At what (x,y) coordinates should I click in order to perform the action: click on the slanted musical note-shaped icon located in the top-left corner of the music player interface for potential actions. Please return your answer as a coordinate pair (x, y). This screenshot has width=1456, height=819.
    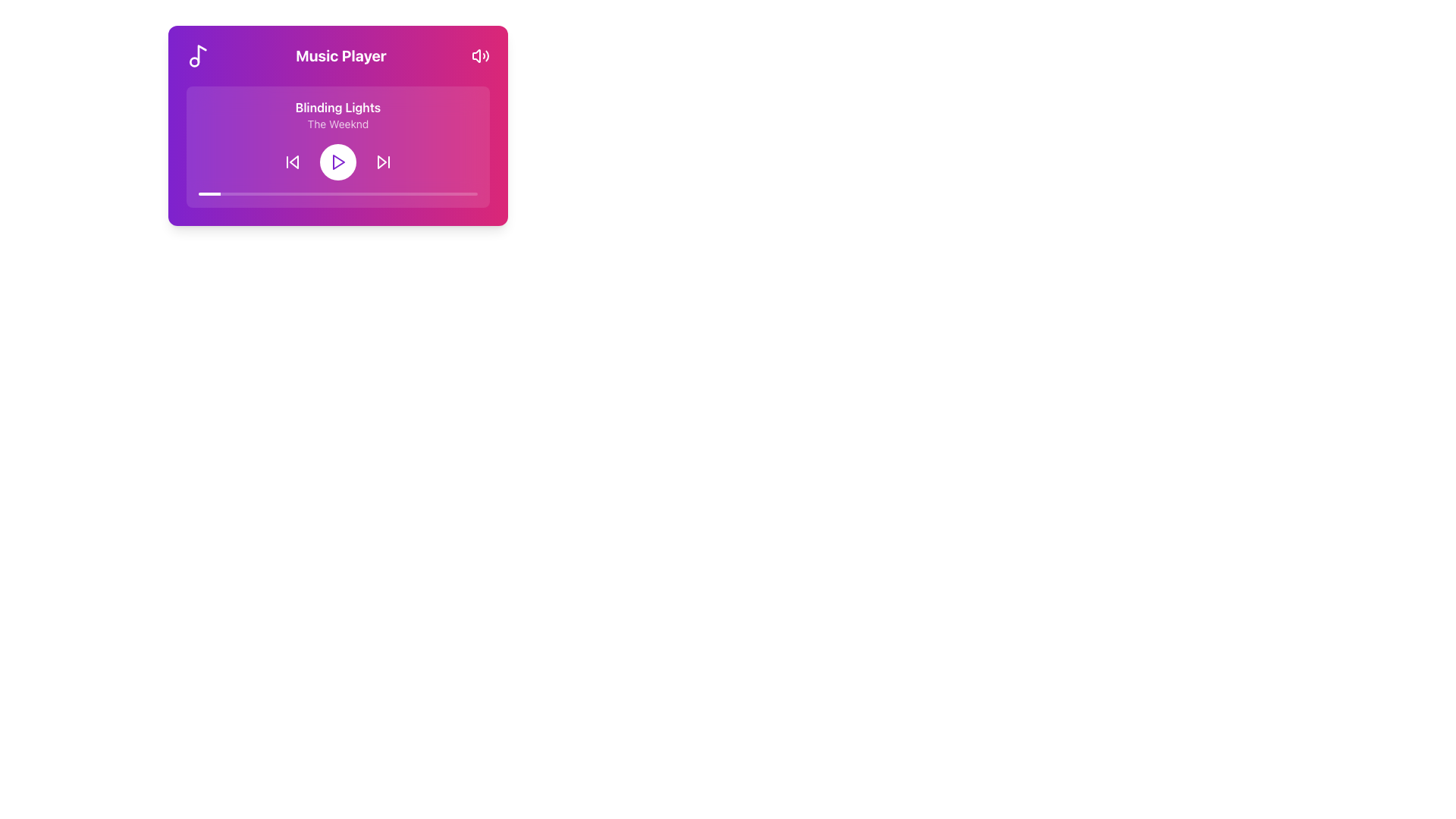
    Looking at the image, I should click on (200, 52).